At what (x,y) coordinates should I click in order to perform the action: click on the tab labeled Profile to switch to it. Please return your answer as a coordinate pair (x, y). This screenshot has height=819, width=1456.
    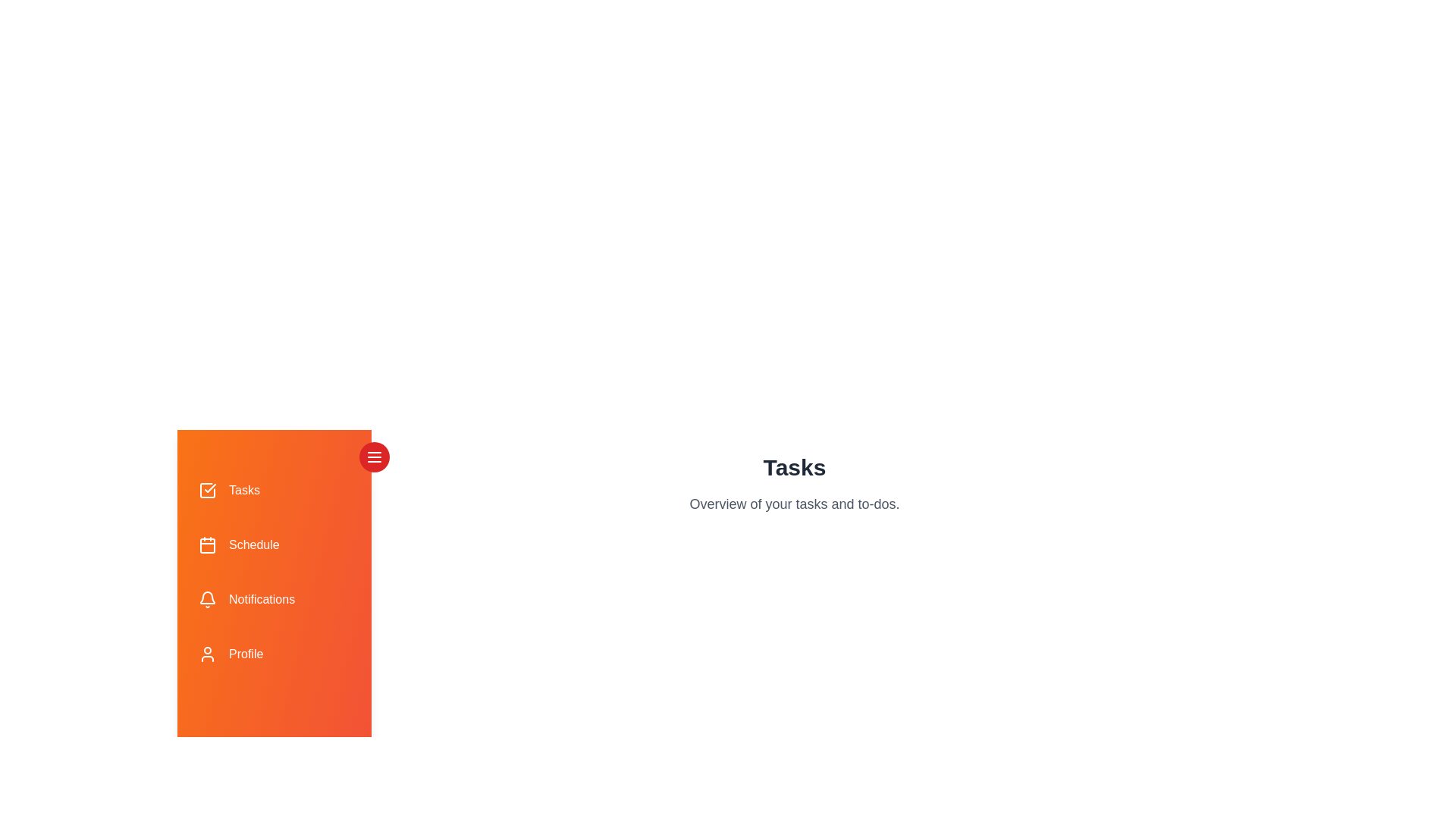
    Looking at the image, I should click on (274, 654).